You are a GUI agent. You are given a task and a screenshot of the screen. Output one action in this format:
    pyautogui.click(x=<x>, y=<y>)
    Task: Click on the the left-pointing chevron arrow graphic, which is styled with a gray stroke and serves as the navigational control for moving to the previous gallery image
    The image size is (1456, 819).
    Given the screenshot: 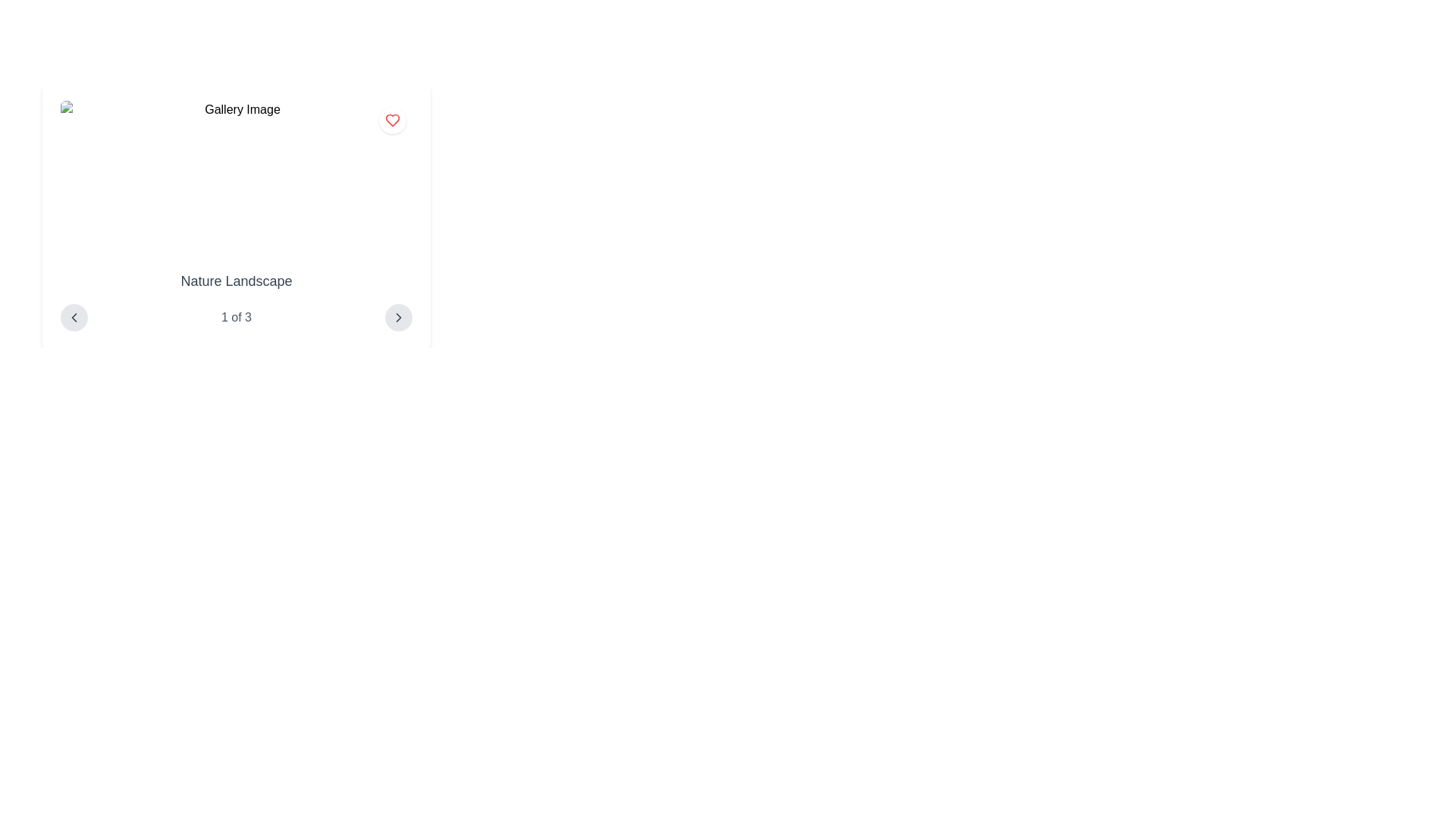 What is the action you would take?
    pyautogui.click(x=73, y=317)
    